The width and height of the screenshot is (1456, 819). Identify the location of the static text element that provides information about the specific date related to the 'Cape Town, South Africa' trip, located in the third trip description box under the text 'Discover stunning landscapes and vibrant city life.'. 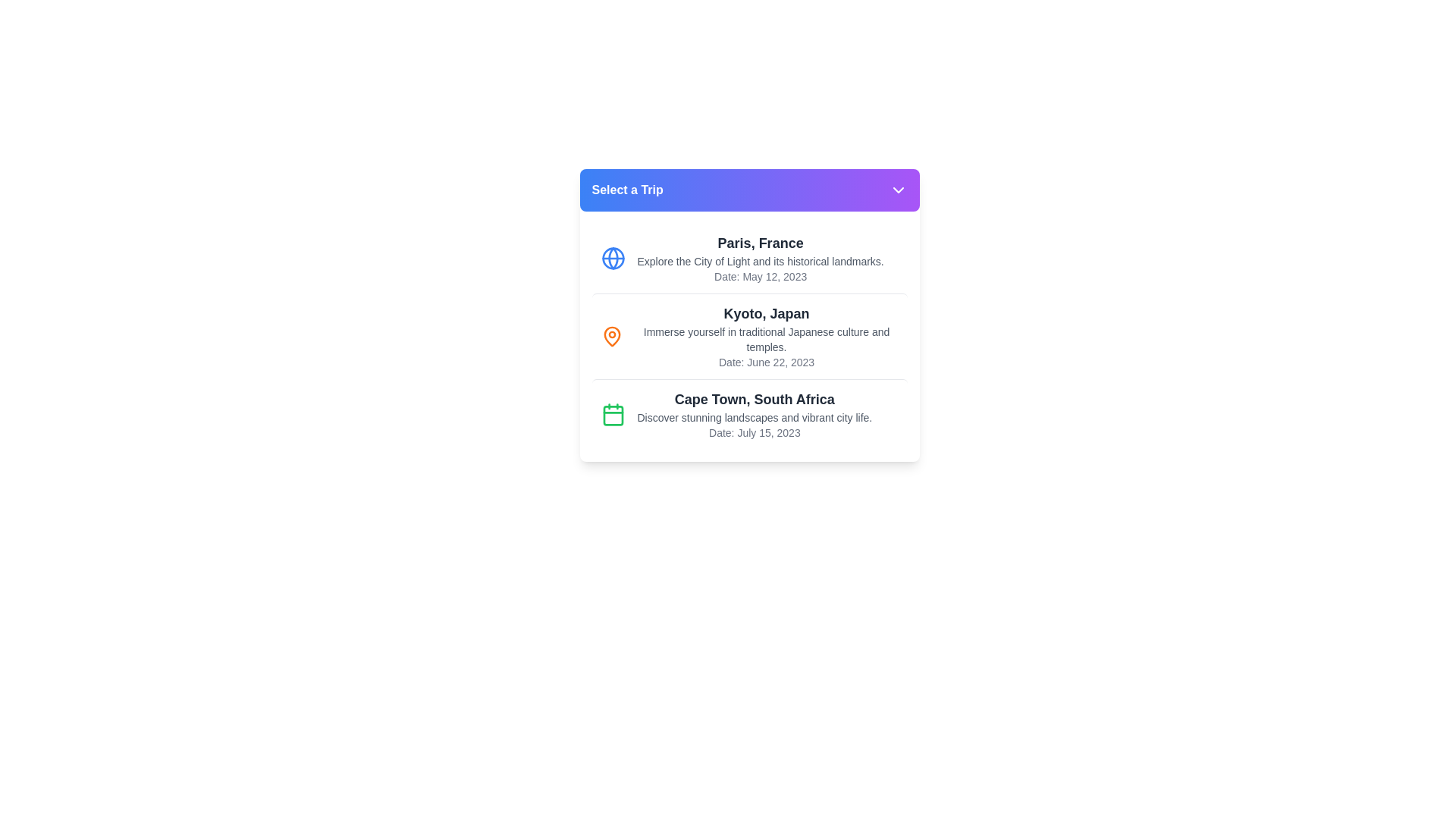
(755, 432).